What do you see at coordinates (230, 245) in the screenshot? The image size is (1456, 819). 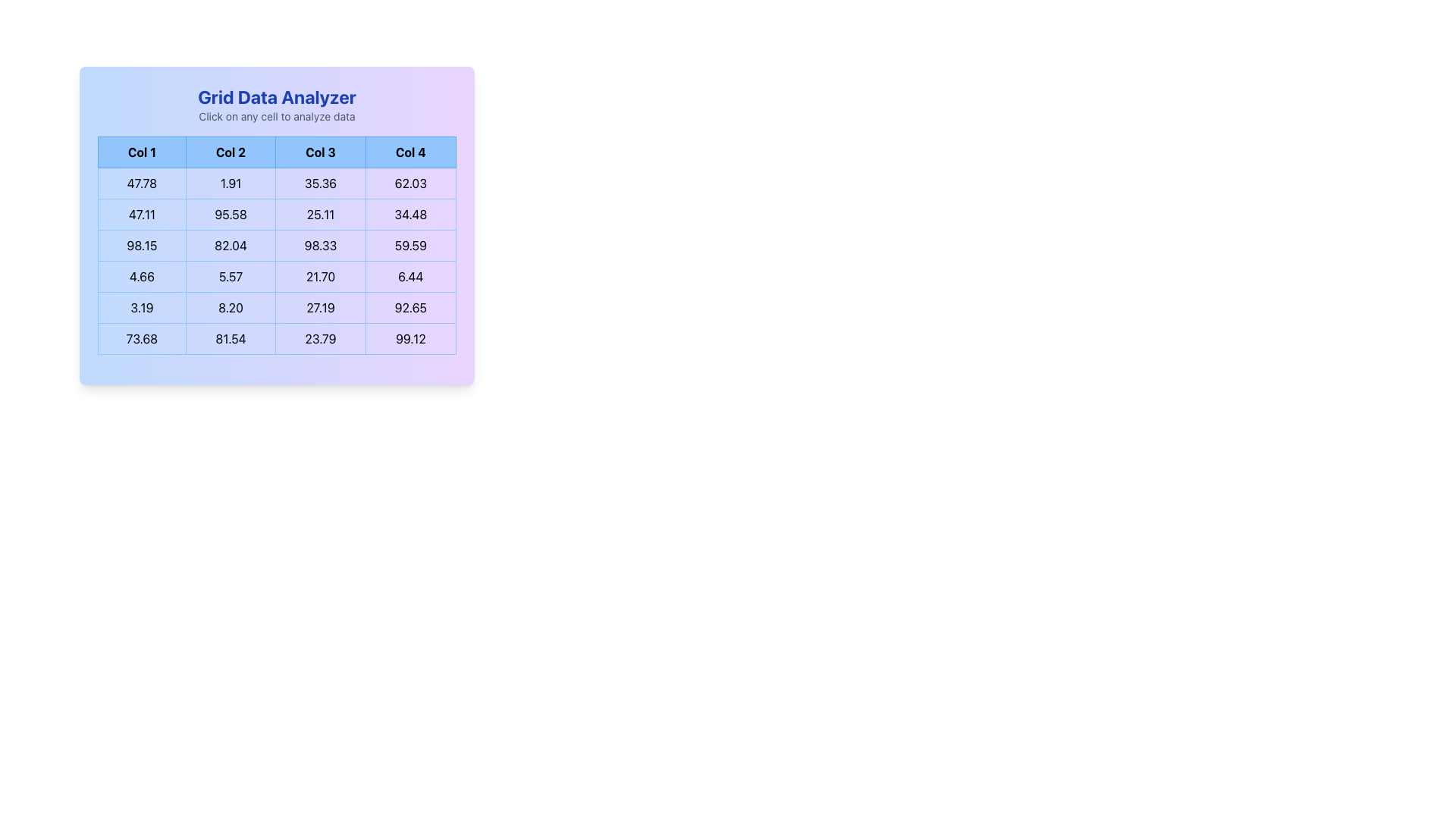 I see `the table cell displaying the numeric value '82.04', which is the second cell in the second column of the third row in the grid-like table` at bounding box center [230, 245].